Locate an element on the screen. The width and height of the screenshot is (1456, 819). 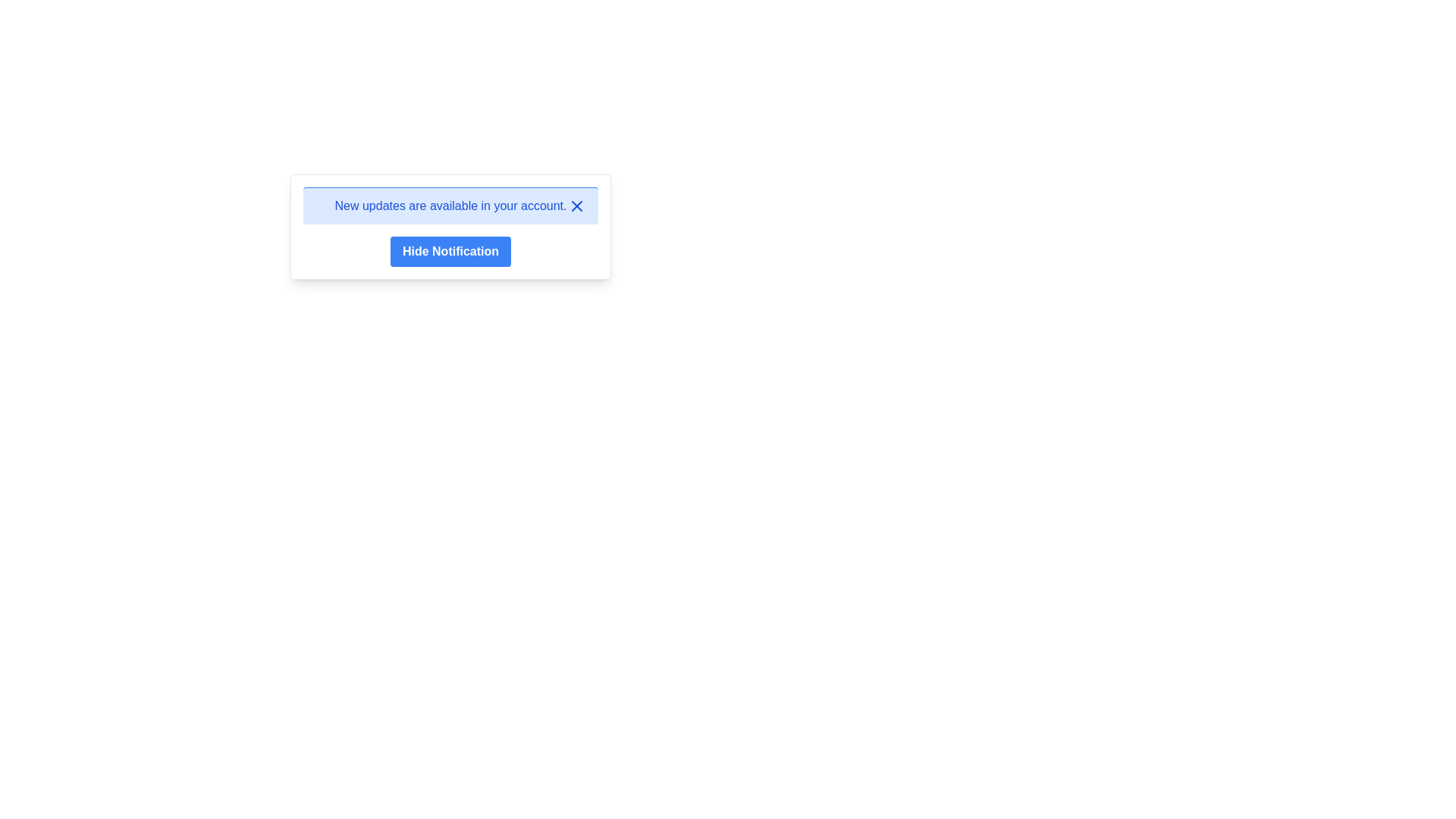
text displayed in the notification box that says 'New updates are available in your account.' is located at coordinates (450, 206).